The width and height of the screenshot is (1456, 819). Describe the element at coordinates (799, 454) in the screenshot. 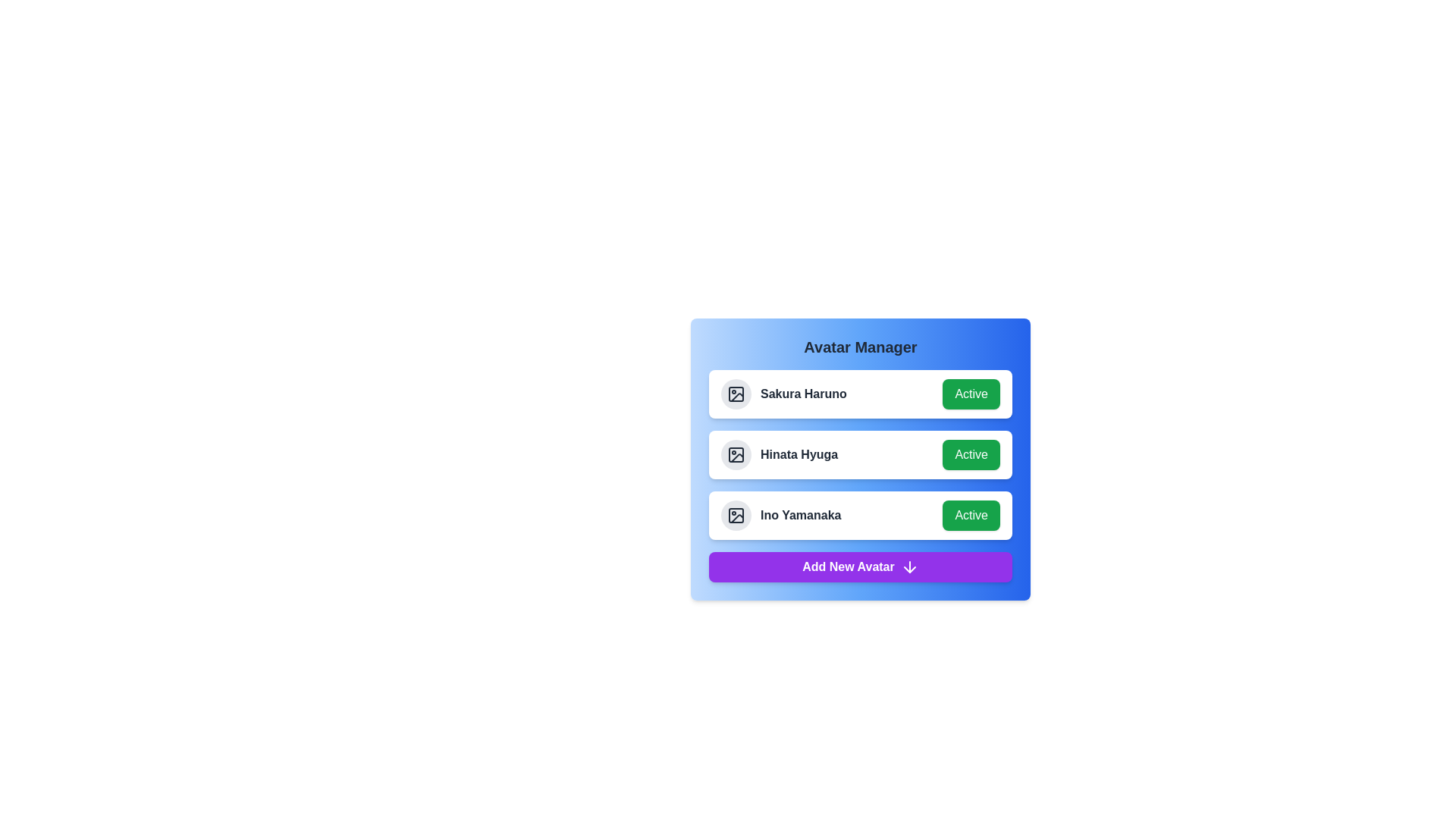

I see `the text label for user profile 'Hinata Hyuga,' which is the second item in the vertical list of user entries, located between the avatar and the green 'Active' button` at that location.